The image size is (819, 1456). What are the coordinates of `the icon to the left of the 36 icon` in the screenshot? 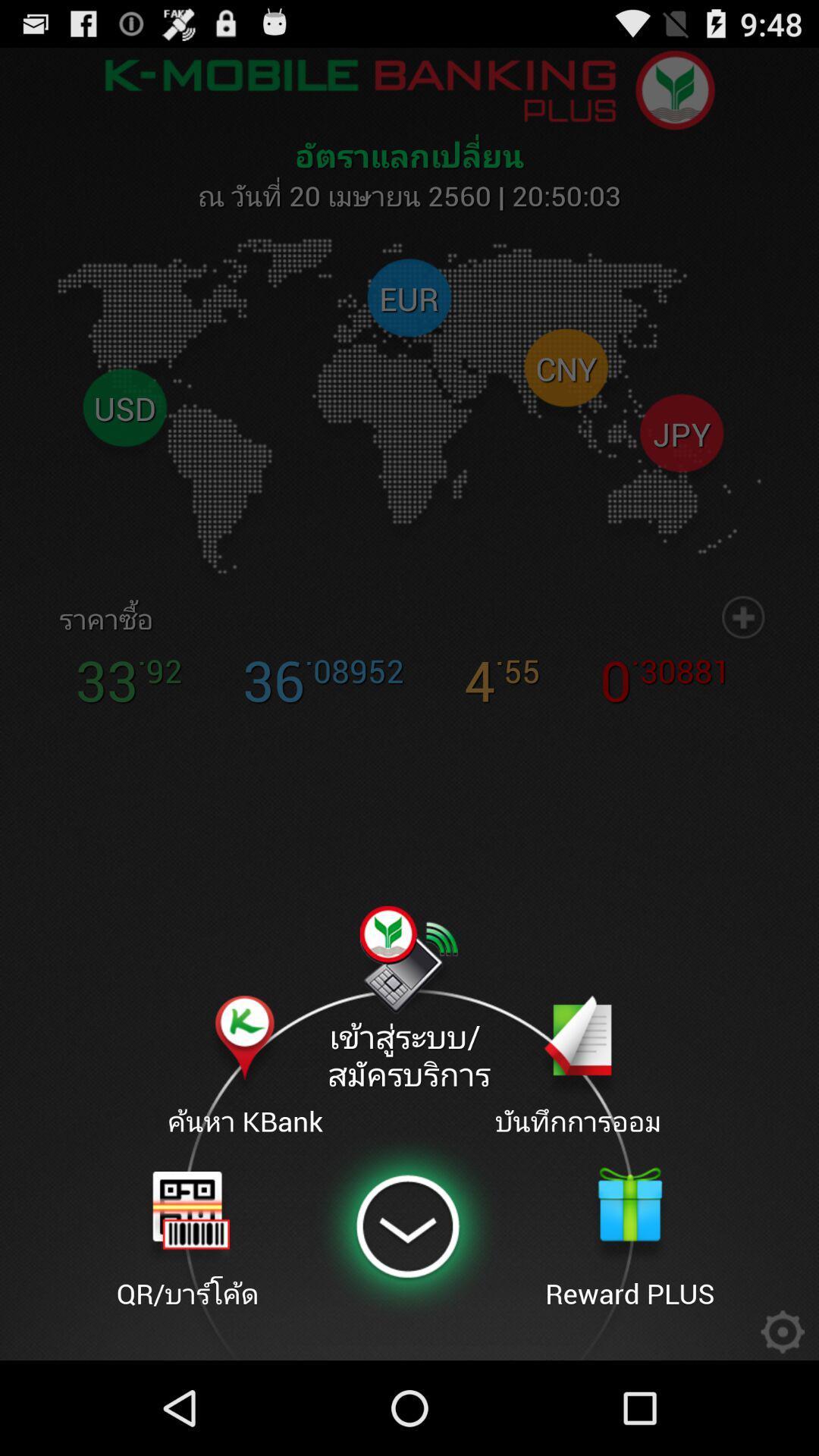 It's located at (97, 619).